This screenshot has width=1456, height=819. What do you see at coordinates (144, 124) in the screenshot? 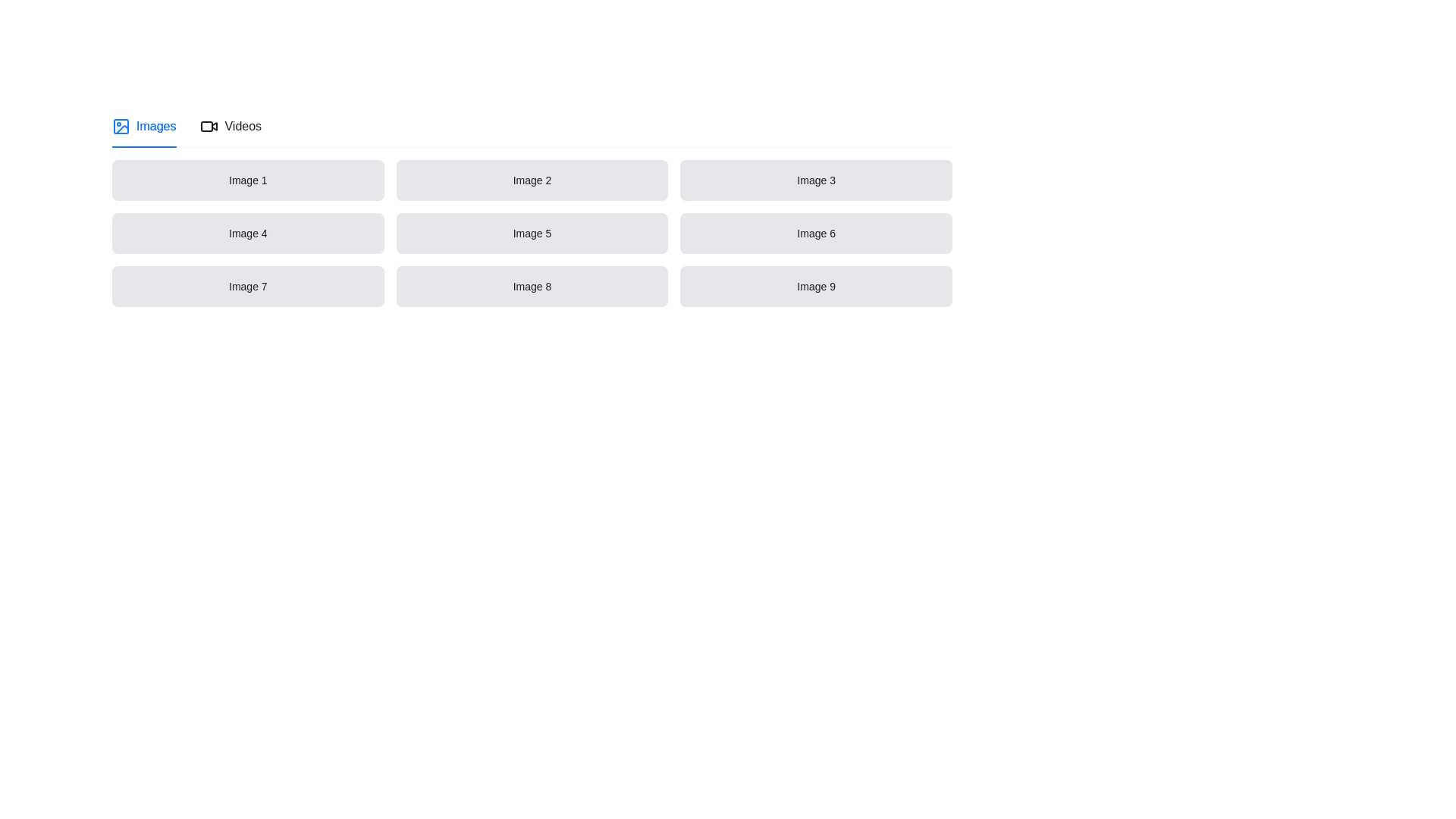
I see `the first tab` at bounding box center [144, 124].